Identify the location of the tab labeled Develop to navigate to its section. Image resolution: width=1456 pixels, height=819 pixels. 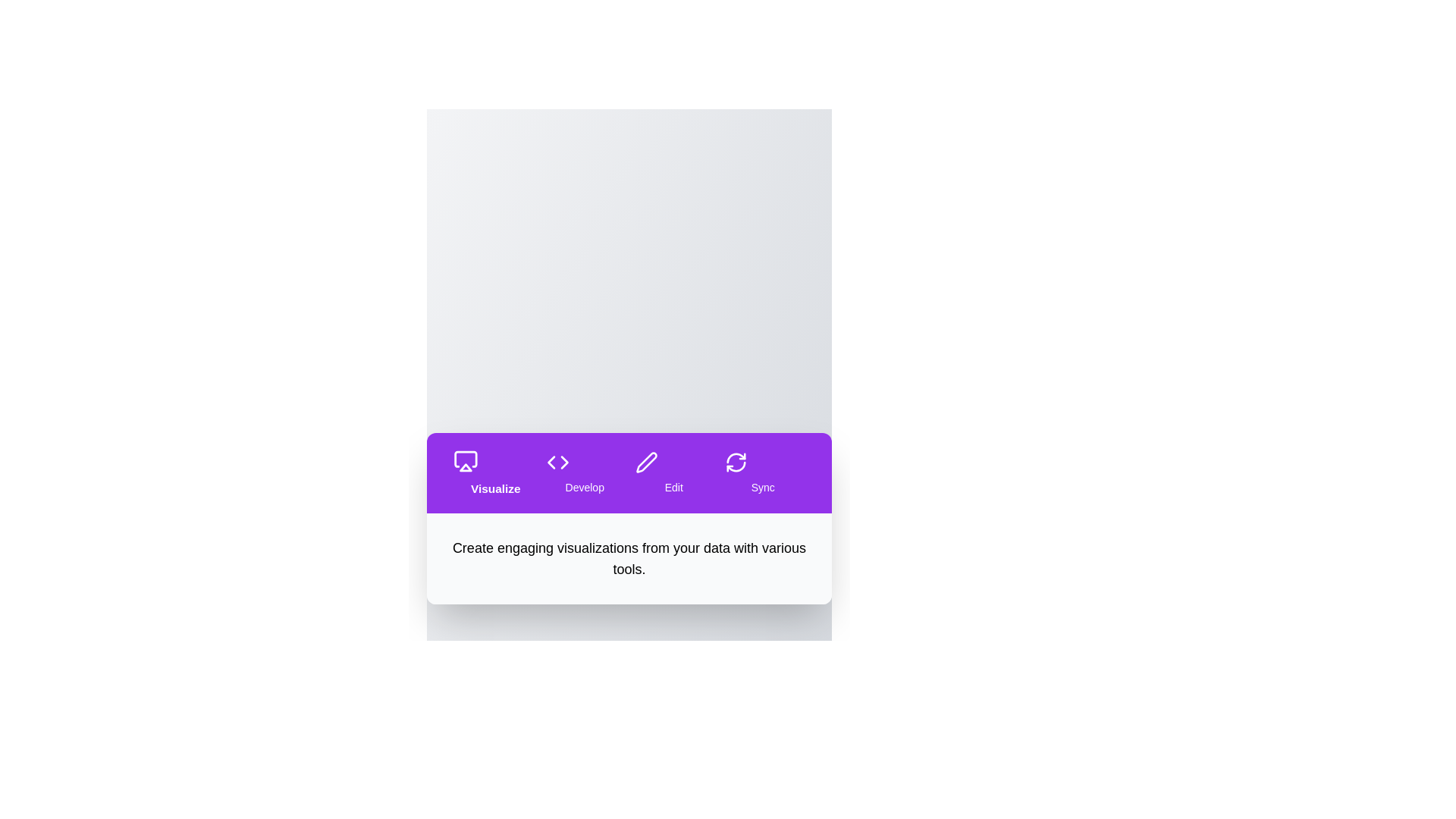
(584, 472).